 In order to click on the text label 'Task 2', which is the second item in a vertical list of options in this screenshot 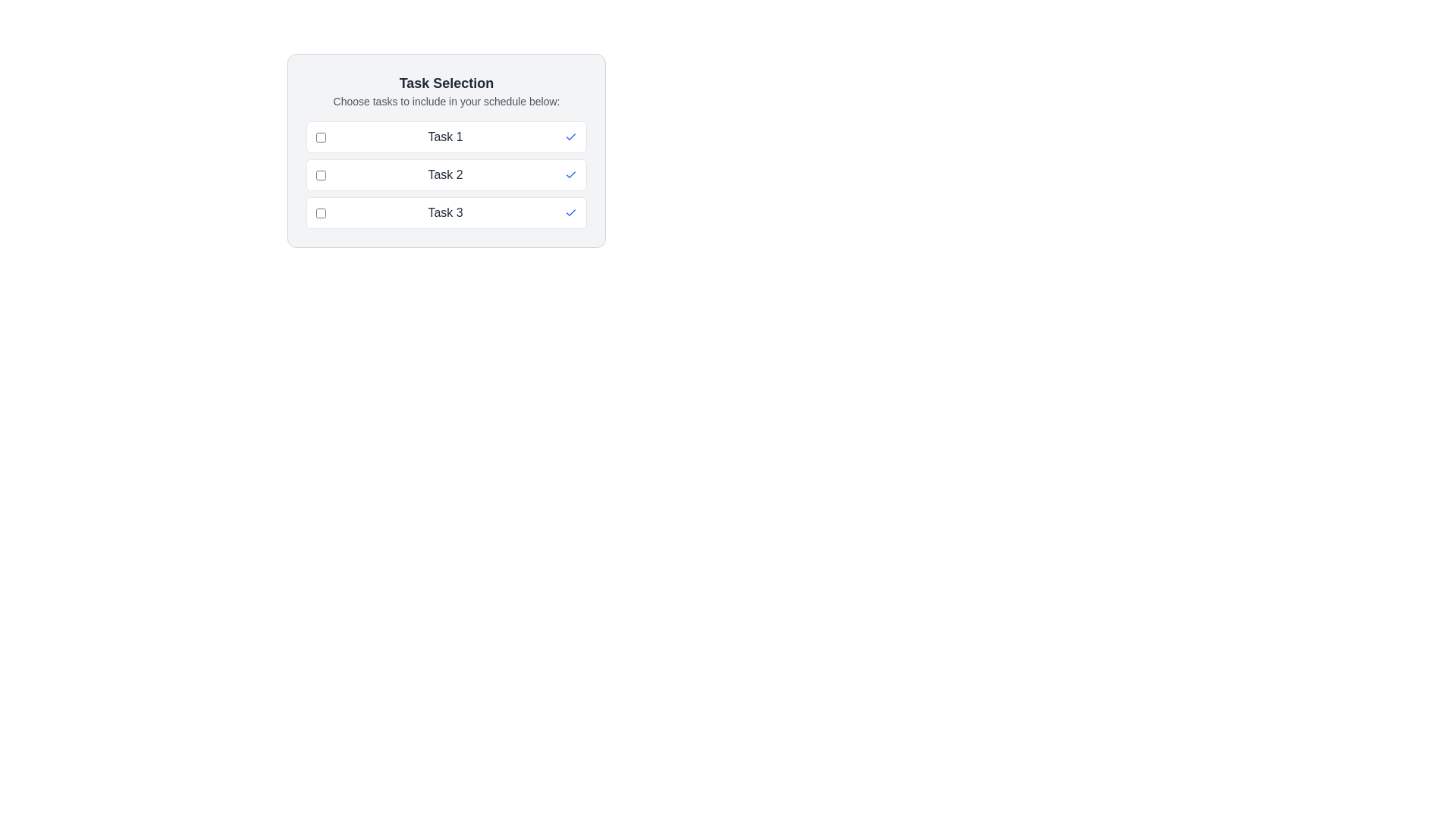, I will do `click(444, 174)`.